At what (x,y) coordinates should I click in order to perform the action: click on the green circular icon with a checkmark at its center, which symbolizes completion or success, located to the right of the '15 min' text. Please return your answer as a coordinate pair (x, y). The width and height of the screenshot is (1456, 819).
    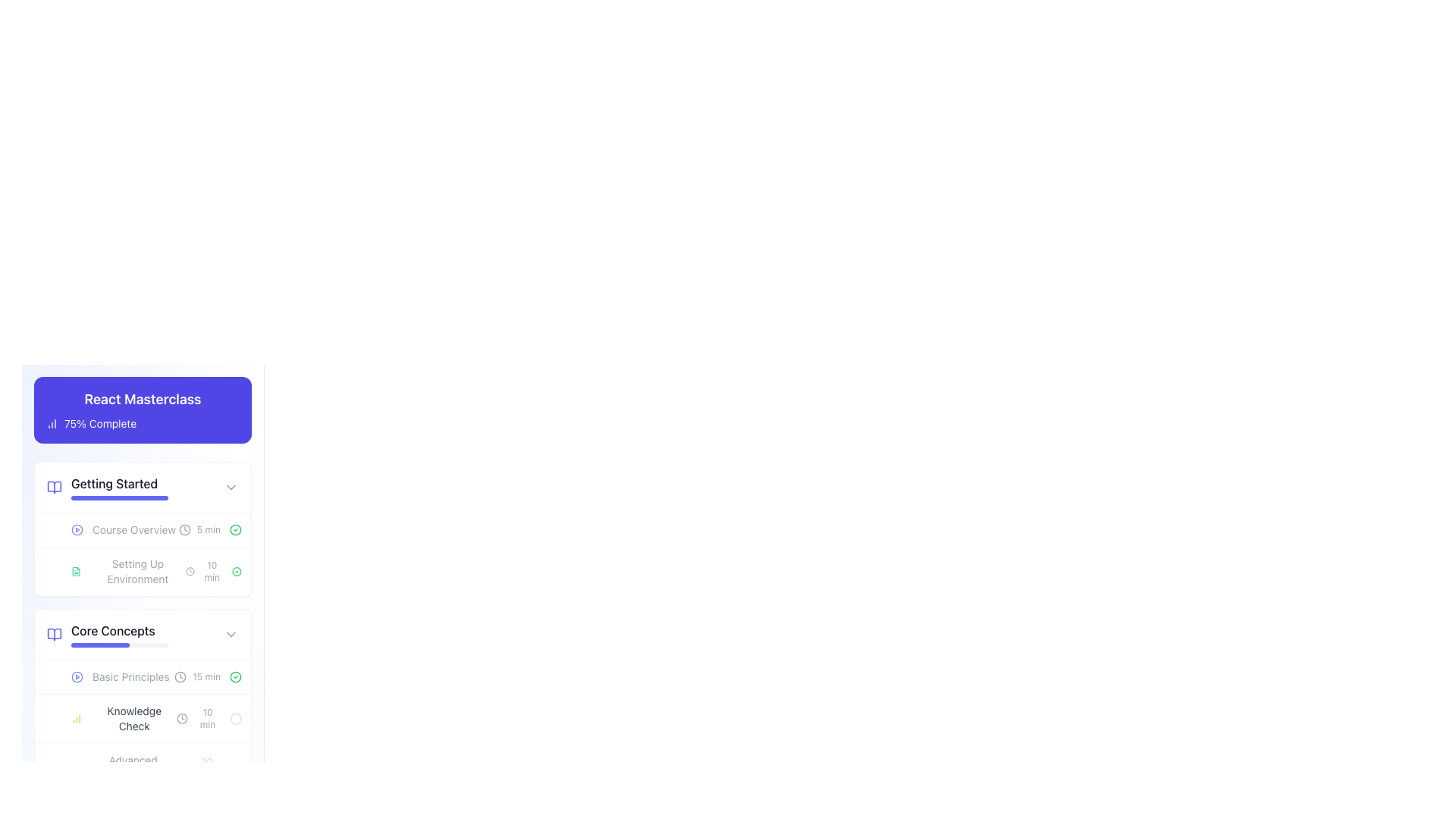
    Looking at the image, I should click on (235, 676).